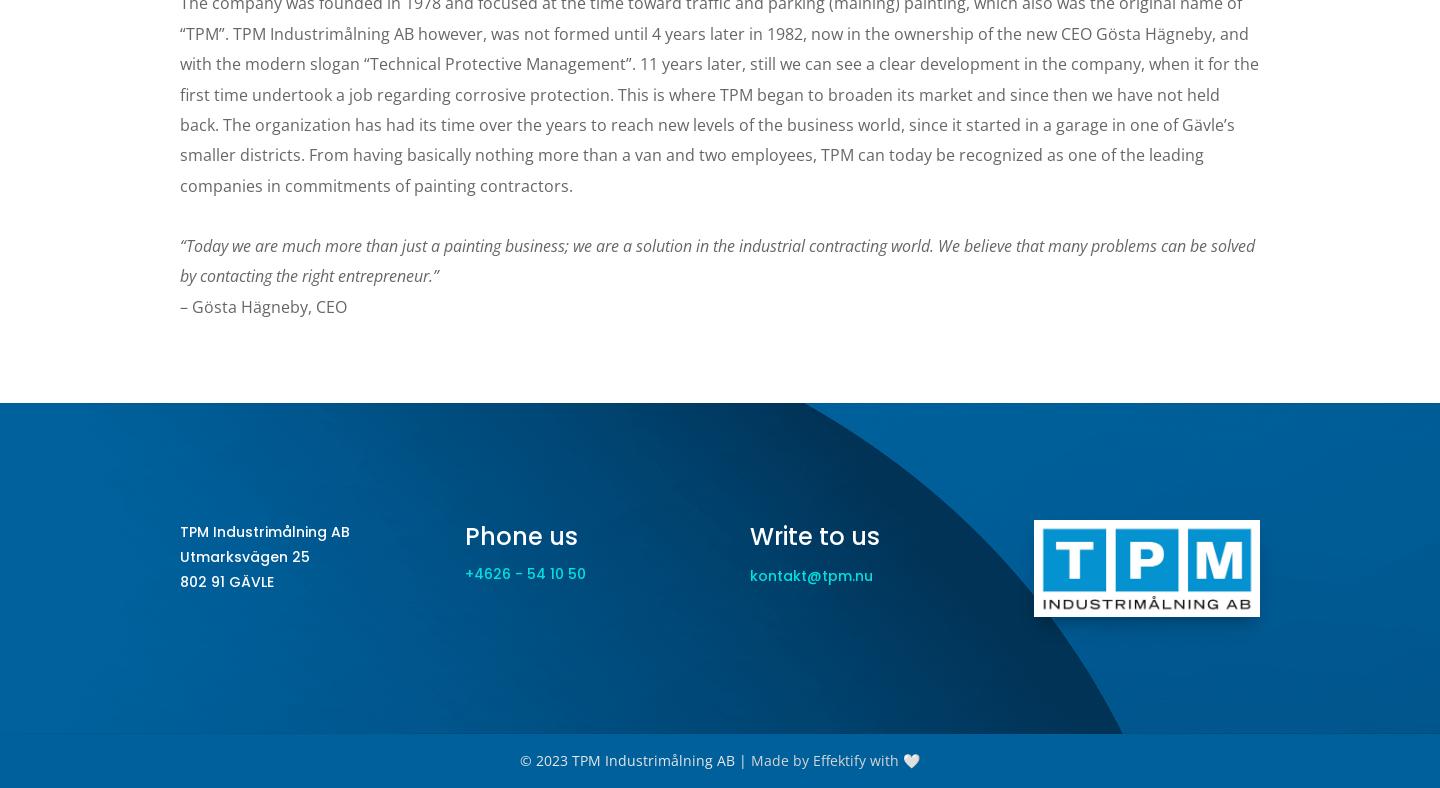 The image size is (1440, 788). What do you see at coordinates (463, 573) in the screenshot?
I see `'+4626 - 54 10 50'` at bounding box center [463, 573].